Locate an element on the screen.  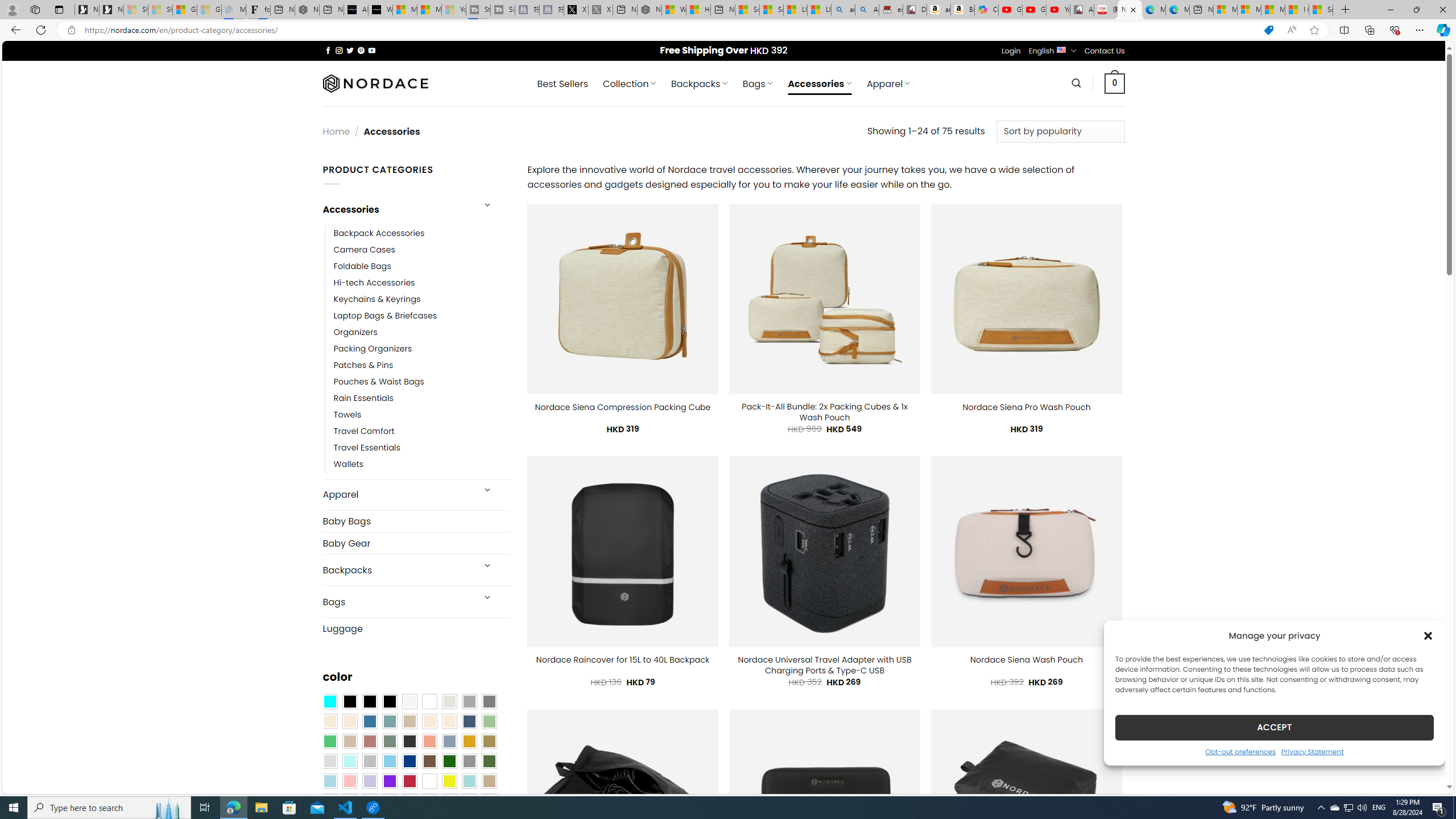
'Backpacks' is located at coordinates (396, 570).